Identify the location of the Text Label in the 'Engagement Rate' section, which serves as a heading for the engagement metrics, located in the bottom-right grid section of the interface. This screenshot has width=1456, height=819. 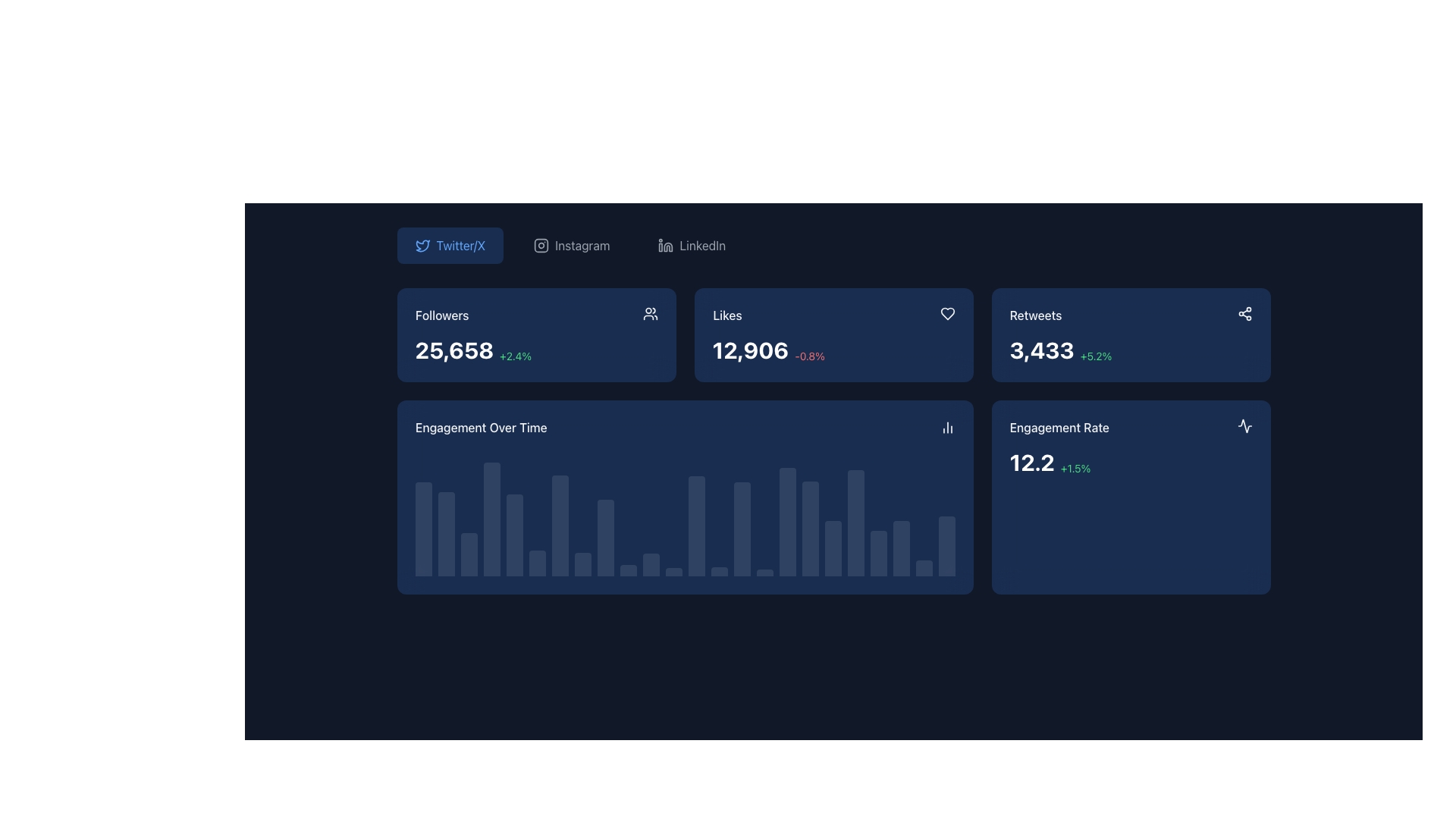
(1059, 427).